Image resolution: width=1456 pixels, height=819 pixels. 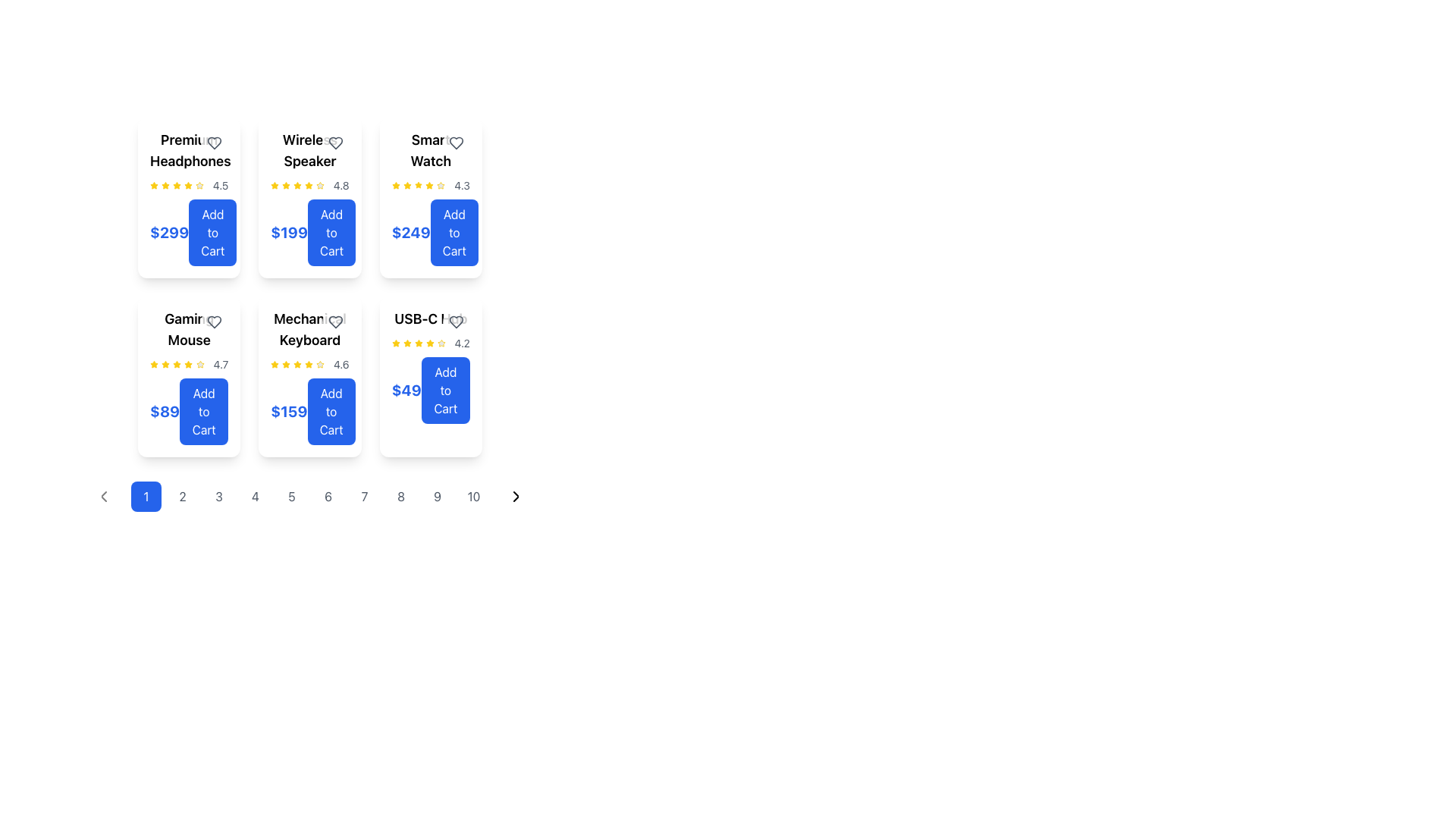 What do you see at coordinates (334, 143) in the screenshot?
I see `the gray heart icon button located in the top right of the 'Wireless Speaker' card to indicate its interactive nature` at bounding box center [334, 143].